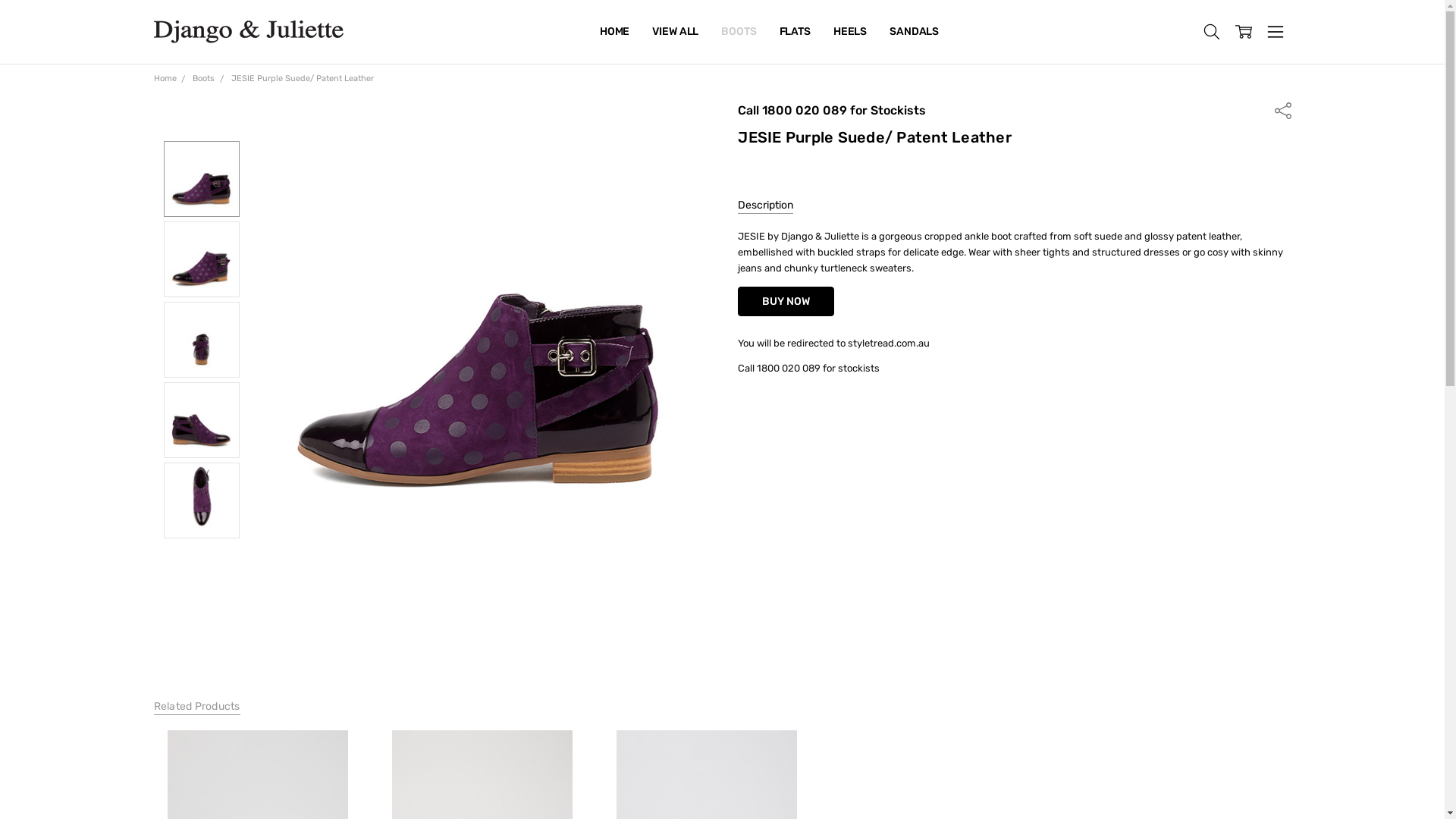  What do you see at coordinates (247, 32) in the screenshot?
I see `'Django and Juliette'` at bounding box center [247, 32].